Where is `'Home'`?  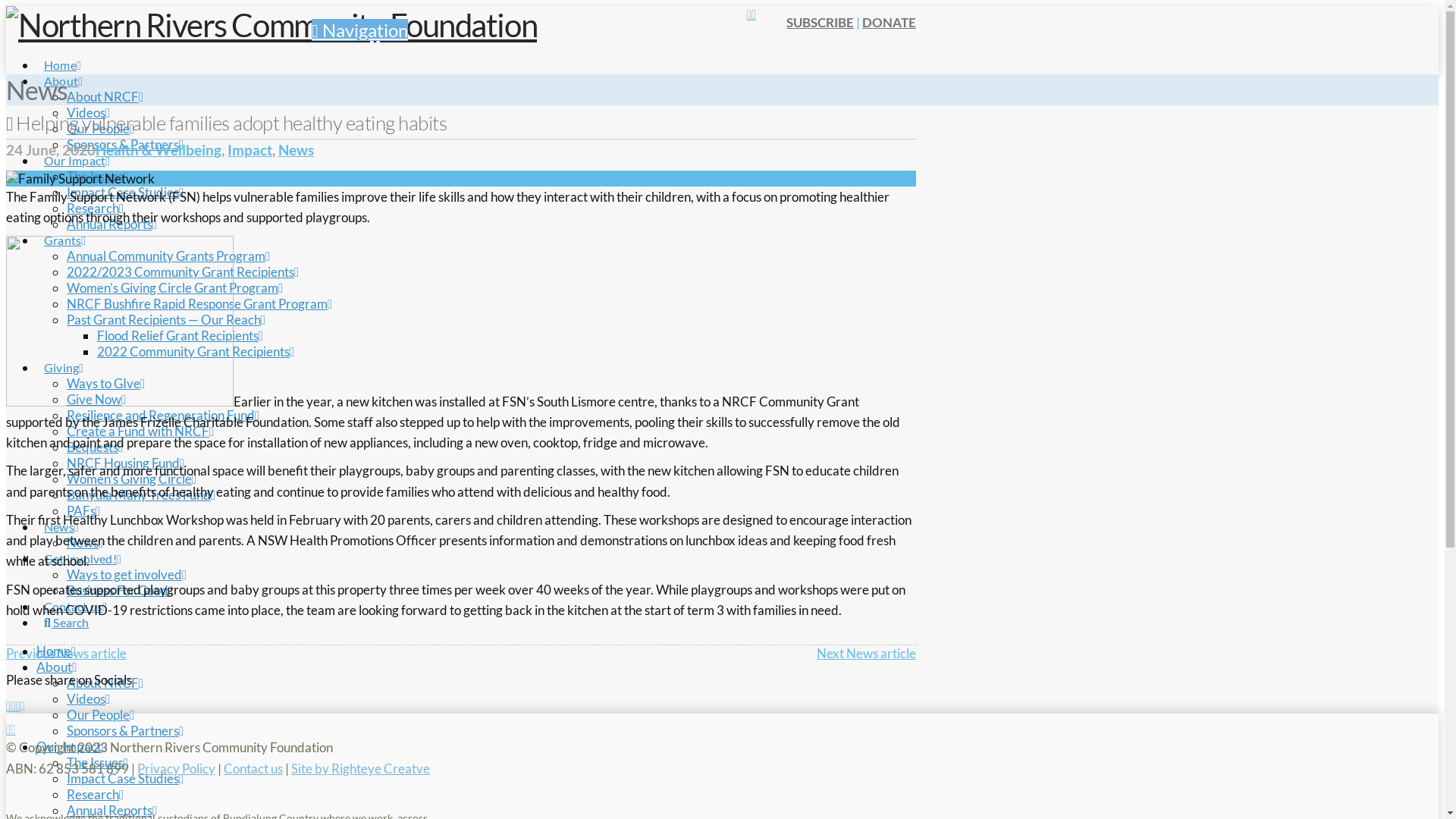
'Home' is located at coordinates (55, 650).